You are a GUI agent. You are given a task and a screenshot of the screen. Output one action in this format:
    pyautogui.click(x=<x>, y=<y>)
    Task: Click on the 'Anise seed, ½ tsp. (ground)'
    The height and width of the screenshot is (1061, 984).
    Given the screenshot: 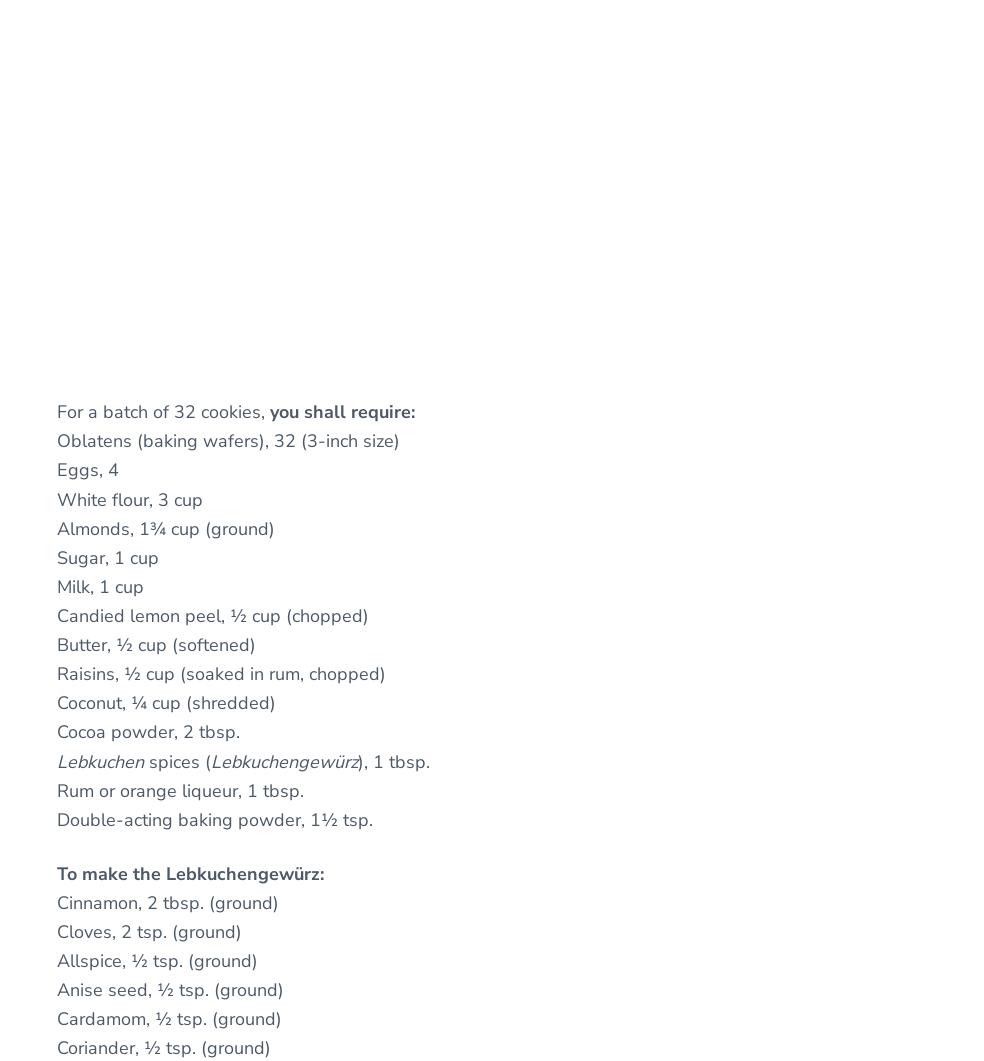 What is the action you would take?
    pyautogui.click(x=170, y=989)
    